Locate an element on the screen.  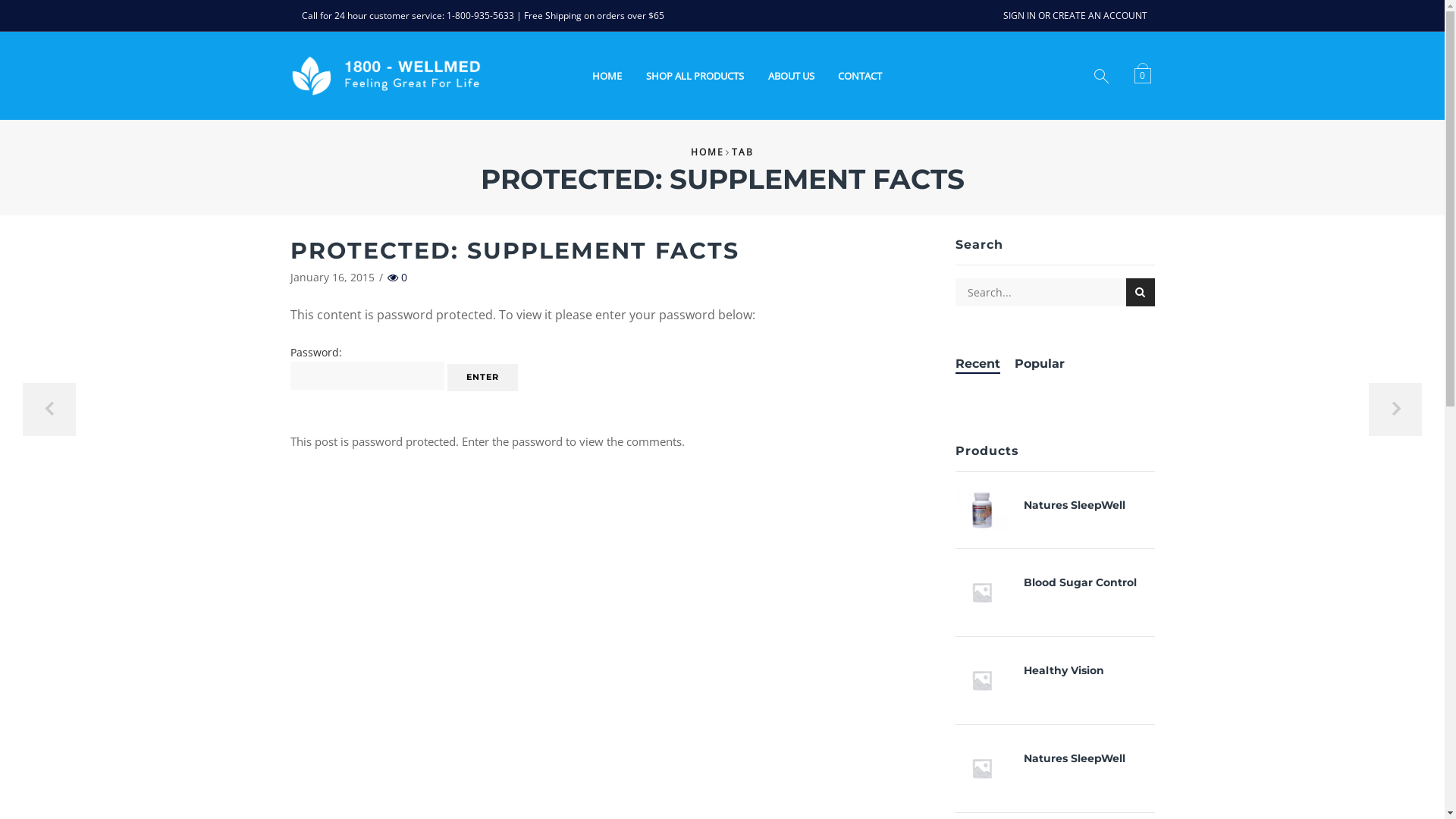
'TAB' is located at coordinates (742, 152).